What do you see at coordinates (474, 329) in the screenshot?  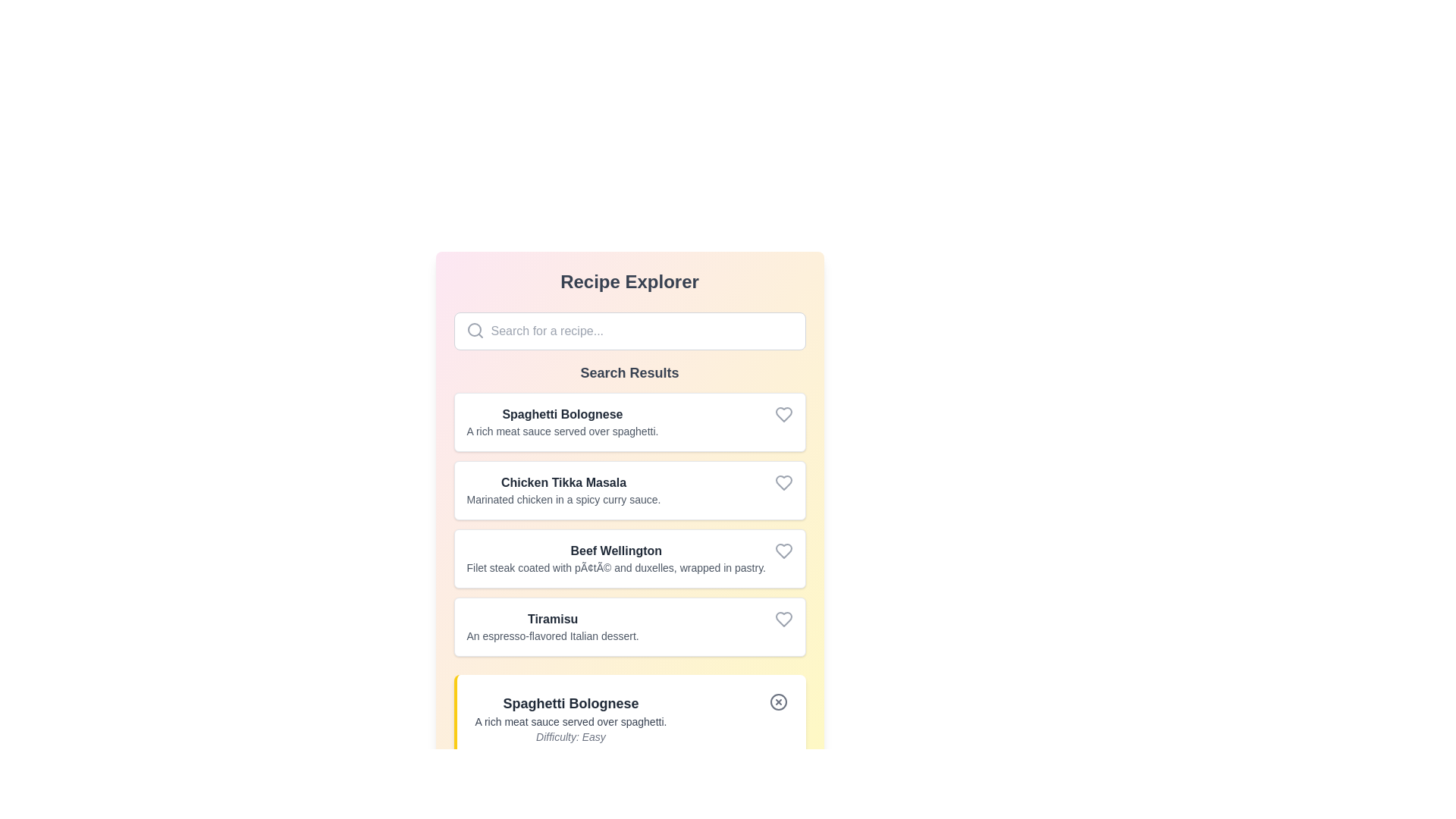 I see `the search icon located on the left side of the search input field at the top of the interface` at bounding box center [474, 329].